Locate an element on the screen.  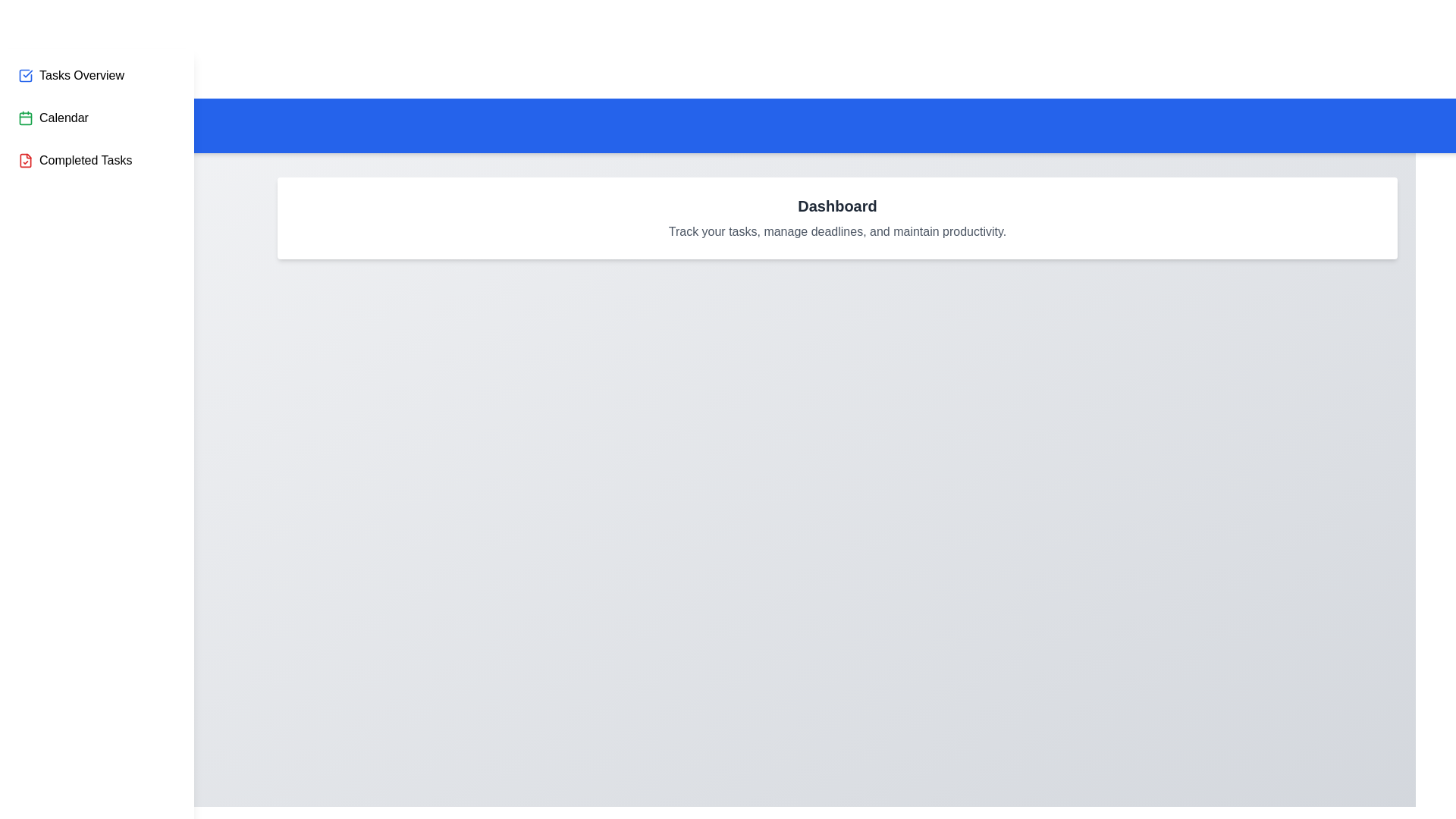
the non-interactive text label located below the 'Dashboard' heading in the central part of the layout is located at coordinates (836, 231).